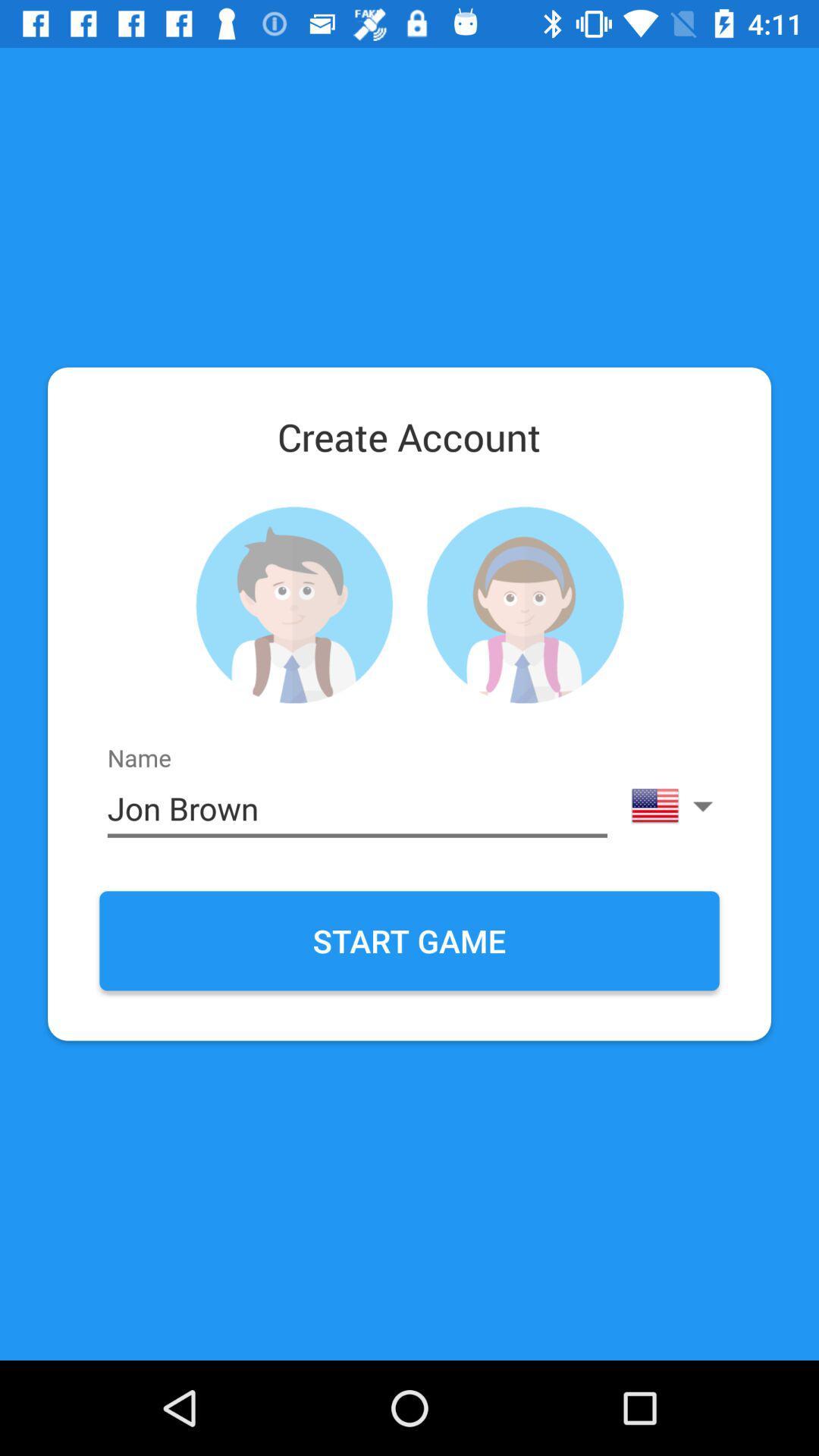 Image resolution: width=819 pixels, height=1456 pixels. What do you see at coordinates (524, 604) in the screenshot?
I see `photo profile button` at bounding box center [524, 604].